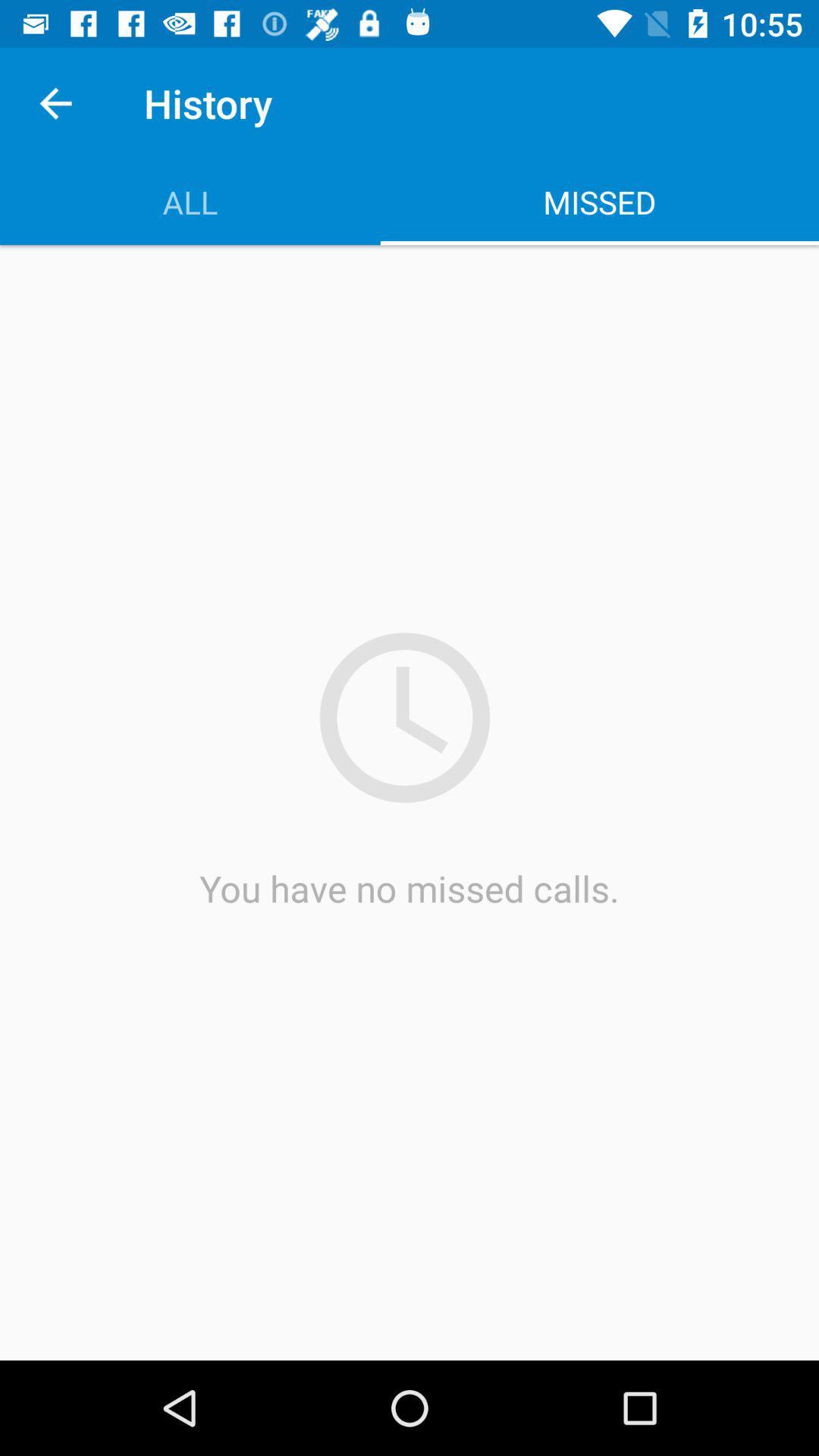  Describe the element at coordinates (189, 201) in the screenshot. I see `the icon next to missed` at that location.